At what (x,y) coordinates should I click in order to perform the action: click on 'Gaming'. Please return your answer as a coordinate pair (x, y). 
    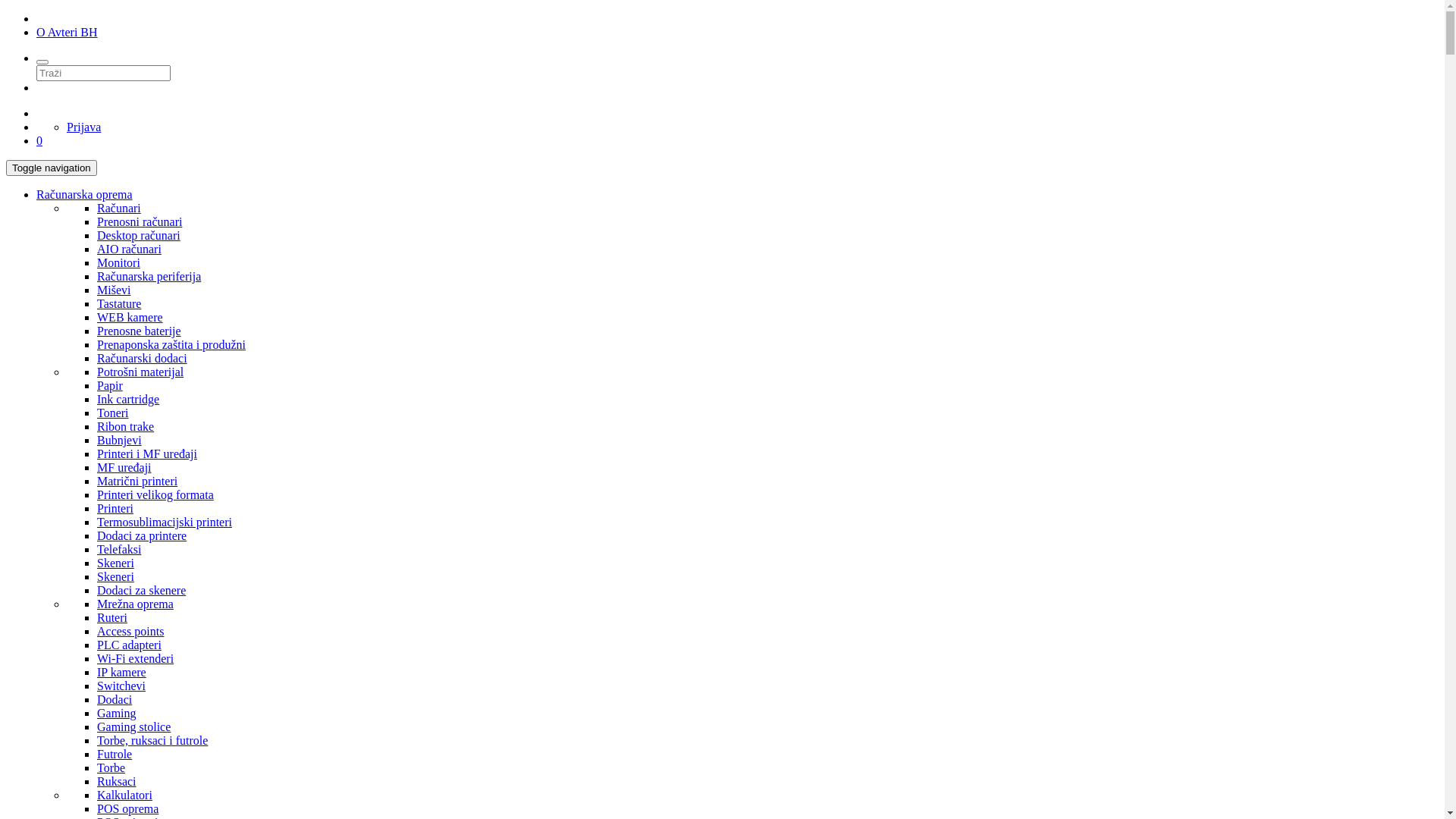
    Looking at the image, I should click on (96, 713).